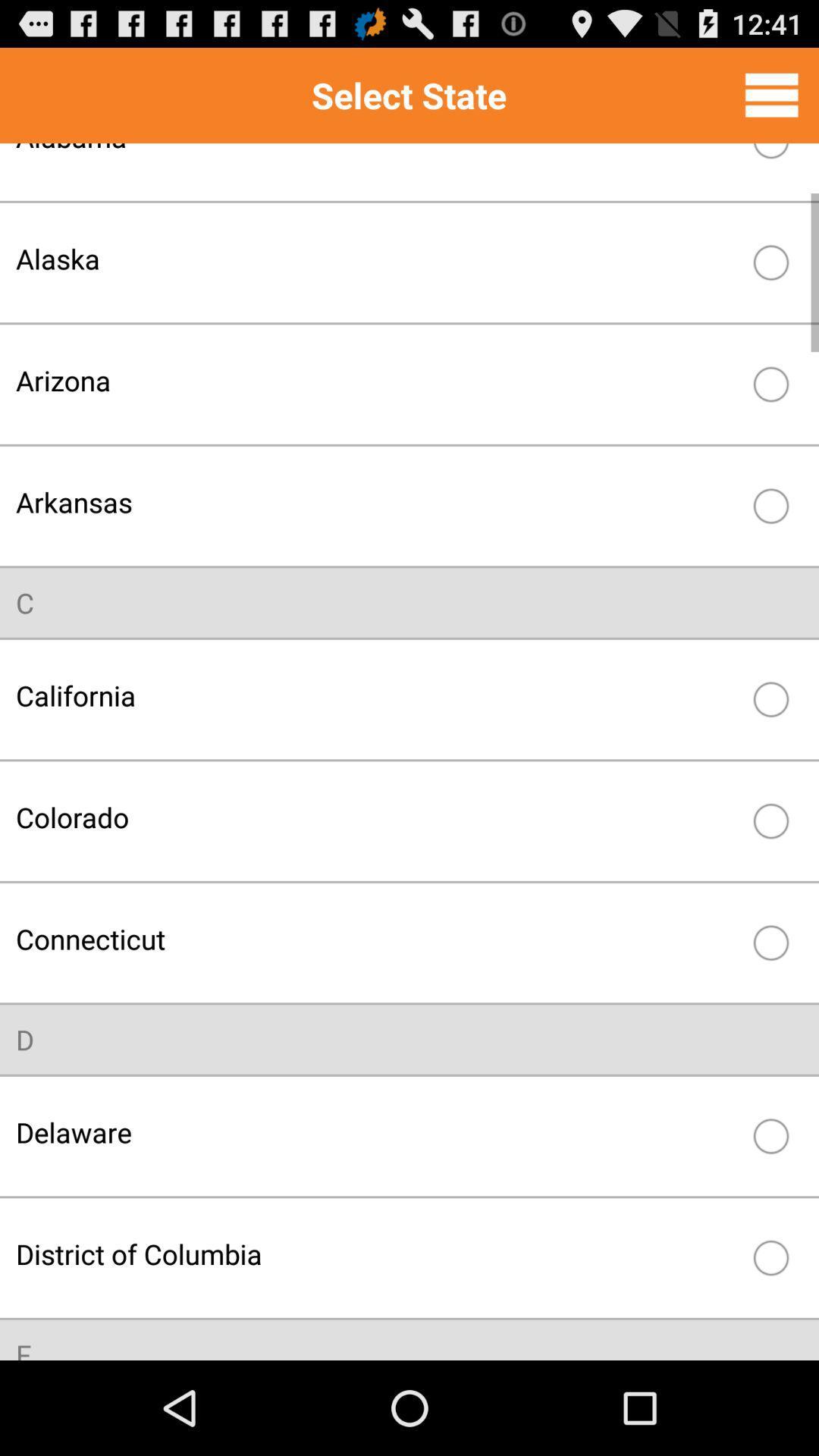 The height and width of the screenshot is (1456, 819). I want to click on icon above delaware item, so click(25, 1039).